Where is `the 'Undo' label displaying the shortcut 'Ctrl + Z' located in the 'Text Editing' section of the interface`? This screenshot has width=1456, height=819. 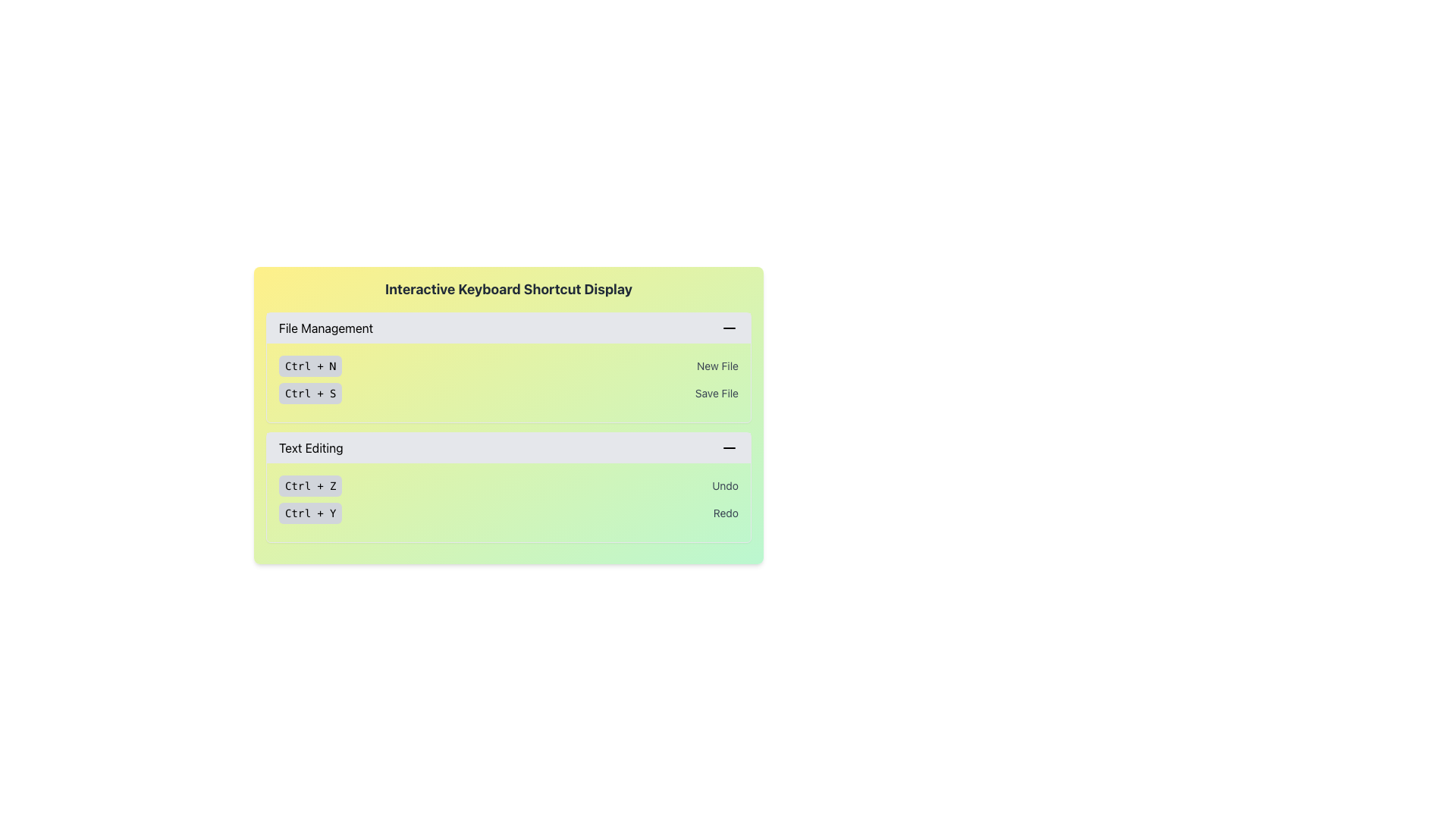
the 'Undo' label displaying the shortcut 'Ctrl + Z' located in the 'Text Editing' section of the interface is located at coordinates (309, 485).